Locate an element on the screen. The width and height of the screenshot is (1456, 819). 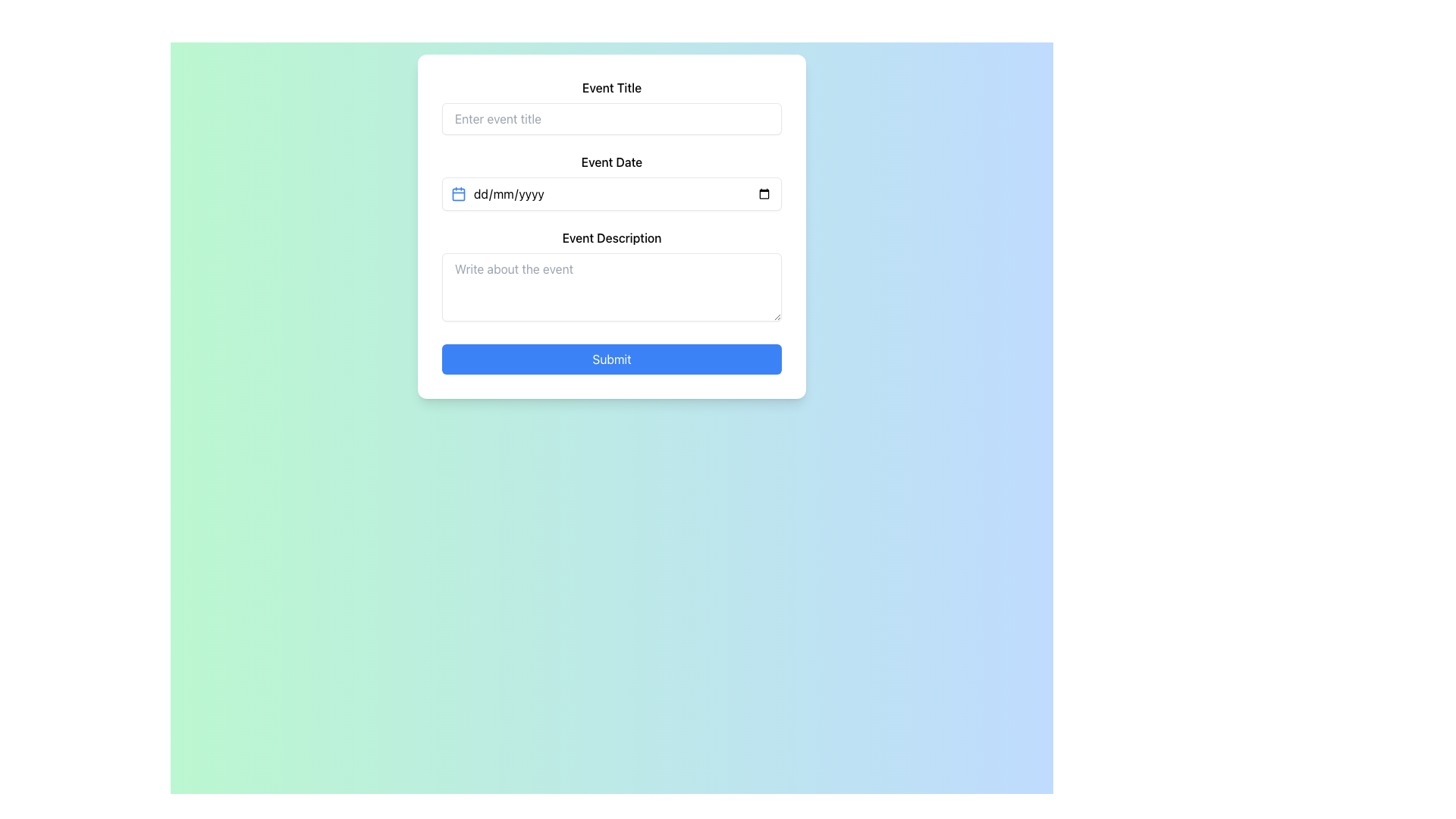
the text label that describes the input field for entering the event's title, located at the top of the form interface is located at coordinates (611, 87).